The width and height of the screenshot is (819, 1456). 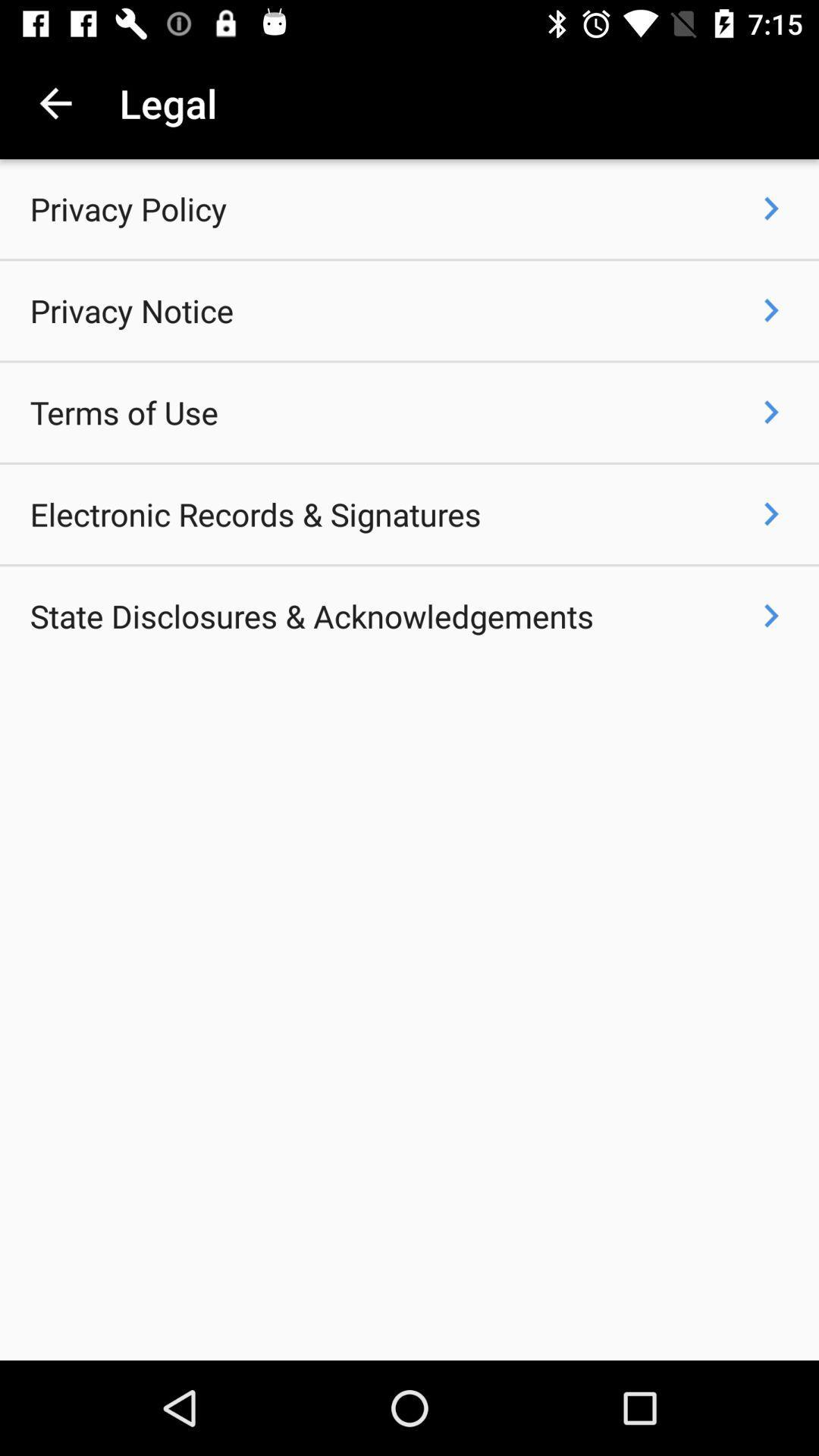 What do you see at coordinates (127, 208) in the screenshot?
I see `the icon above privacy notice item` at bounding box center [127, 208].